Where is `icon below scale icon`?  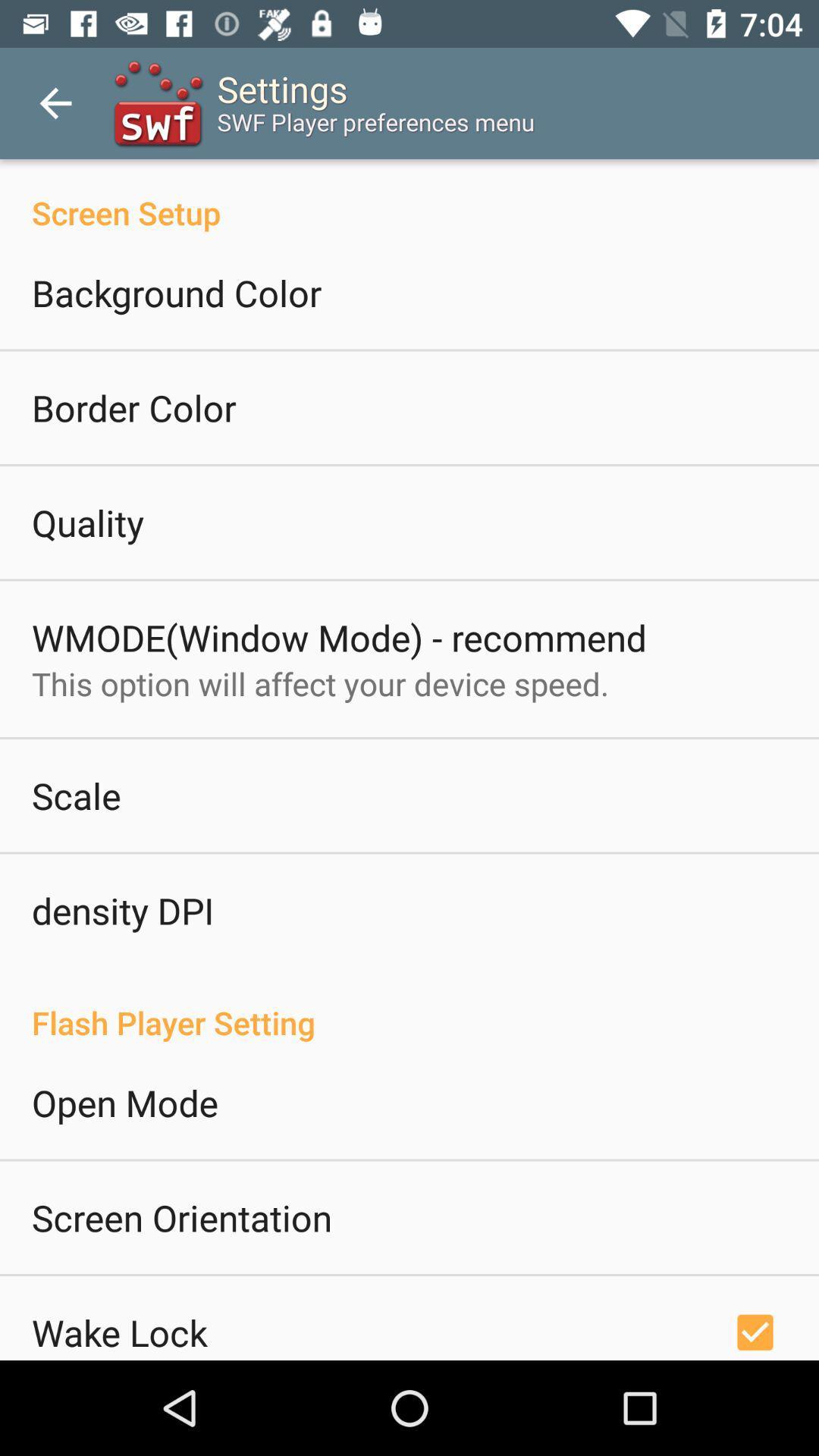
icon below scale icon is located at coordinates (122, 910).